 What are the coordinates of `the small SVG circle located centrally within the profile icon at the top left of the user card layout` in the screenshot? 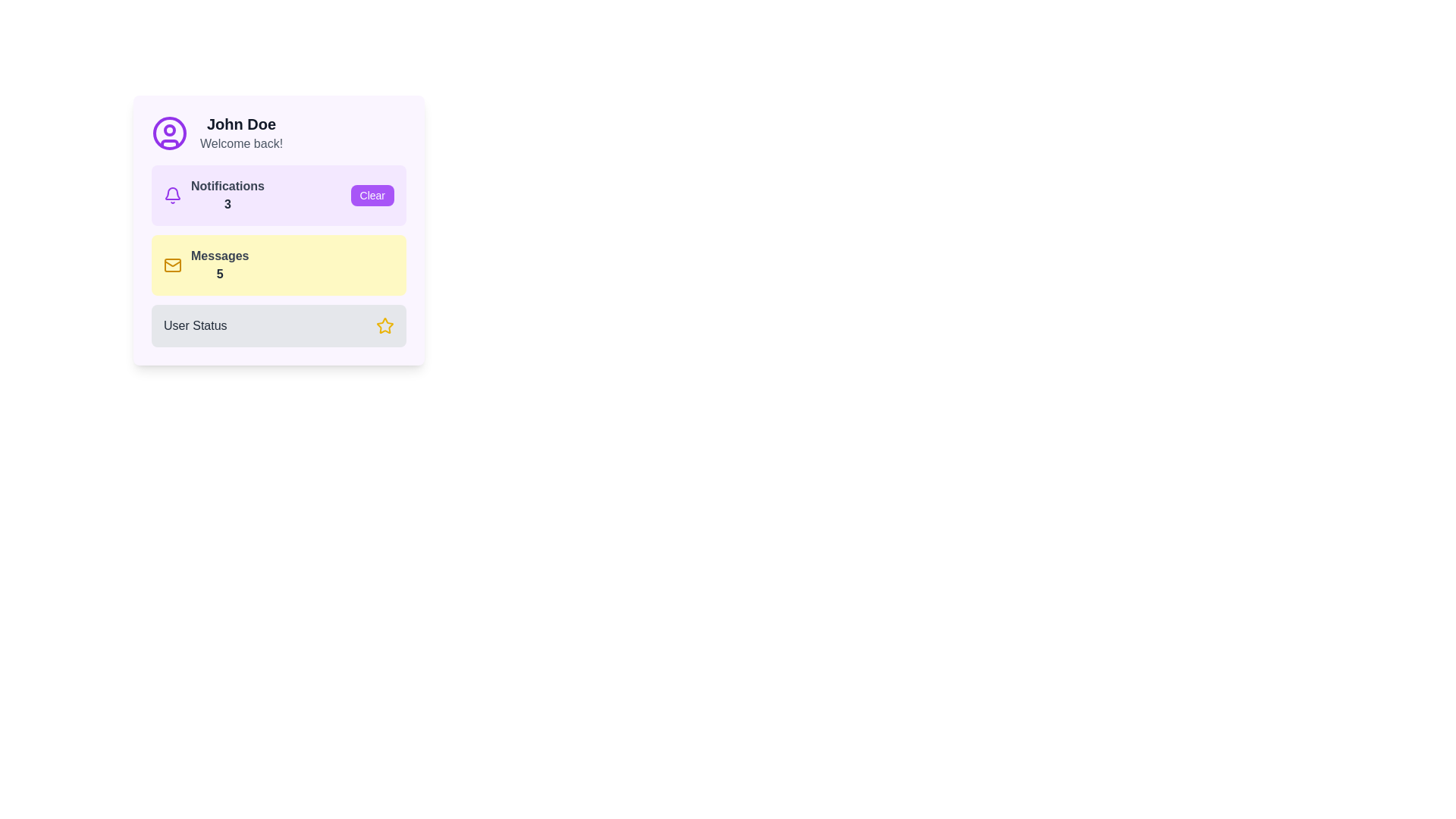 It's located at (170, 130).